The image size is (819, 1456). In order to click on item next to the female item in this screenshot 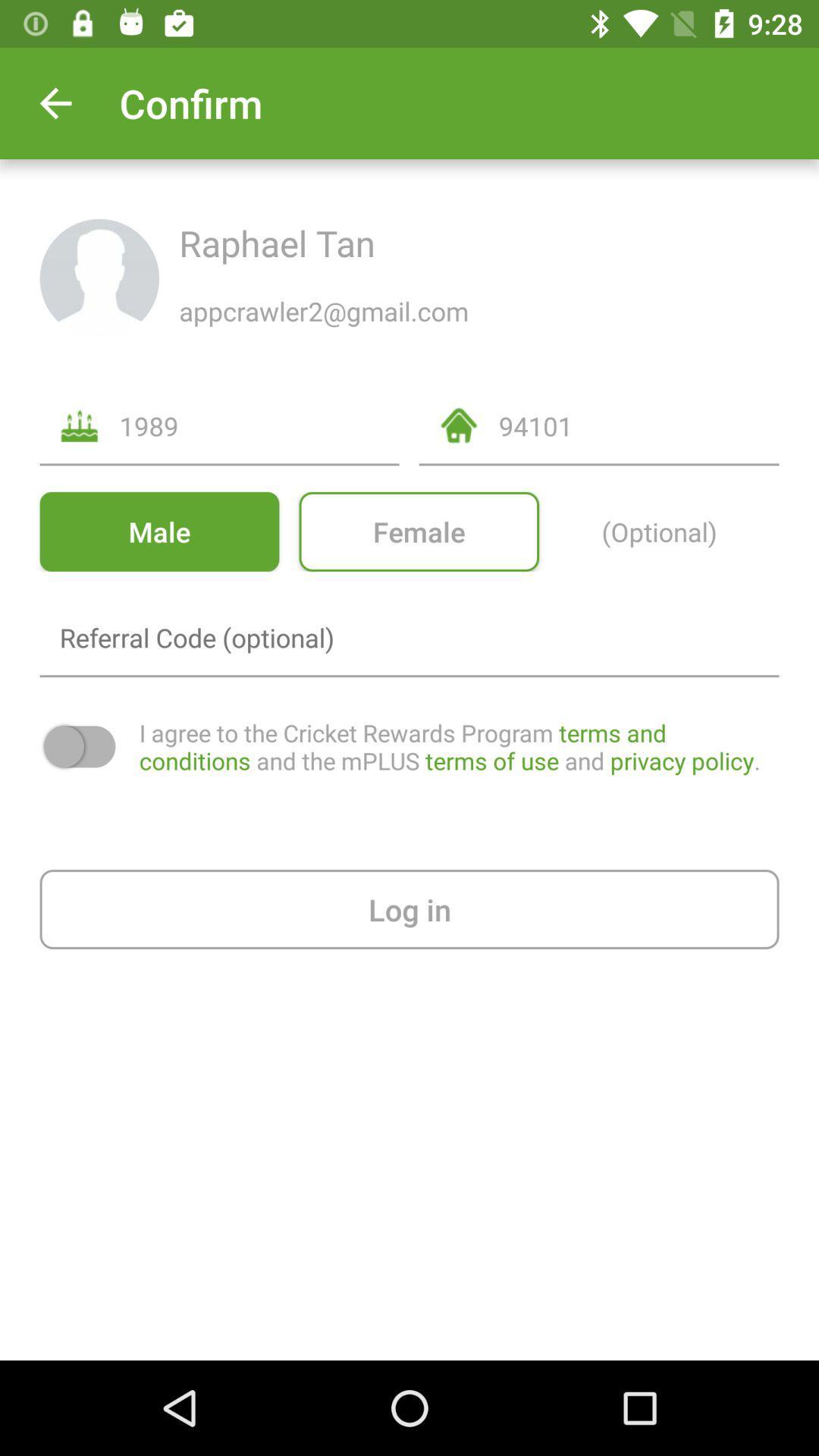, I will do `click(159, 532)`.